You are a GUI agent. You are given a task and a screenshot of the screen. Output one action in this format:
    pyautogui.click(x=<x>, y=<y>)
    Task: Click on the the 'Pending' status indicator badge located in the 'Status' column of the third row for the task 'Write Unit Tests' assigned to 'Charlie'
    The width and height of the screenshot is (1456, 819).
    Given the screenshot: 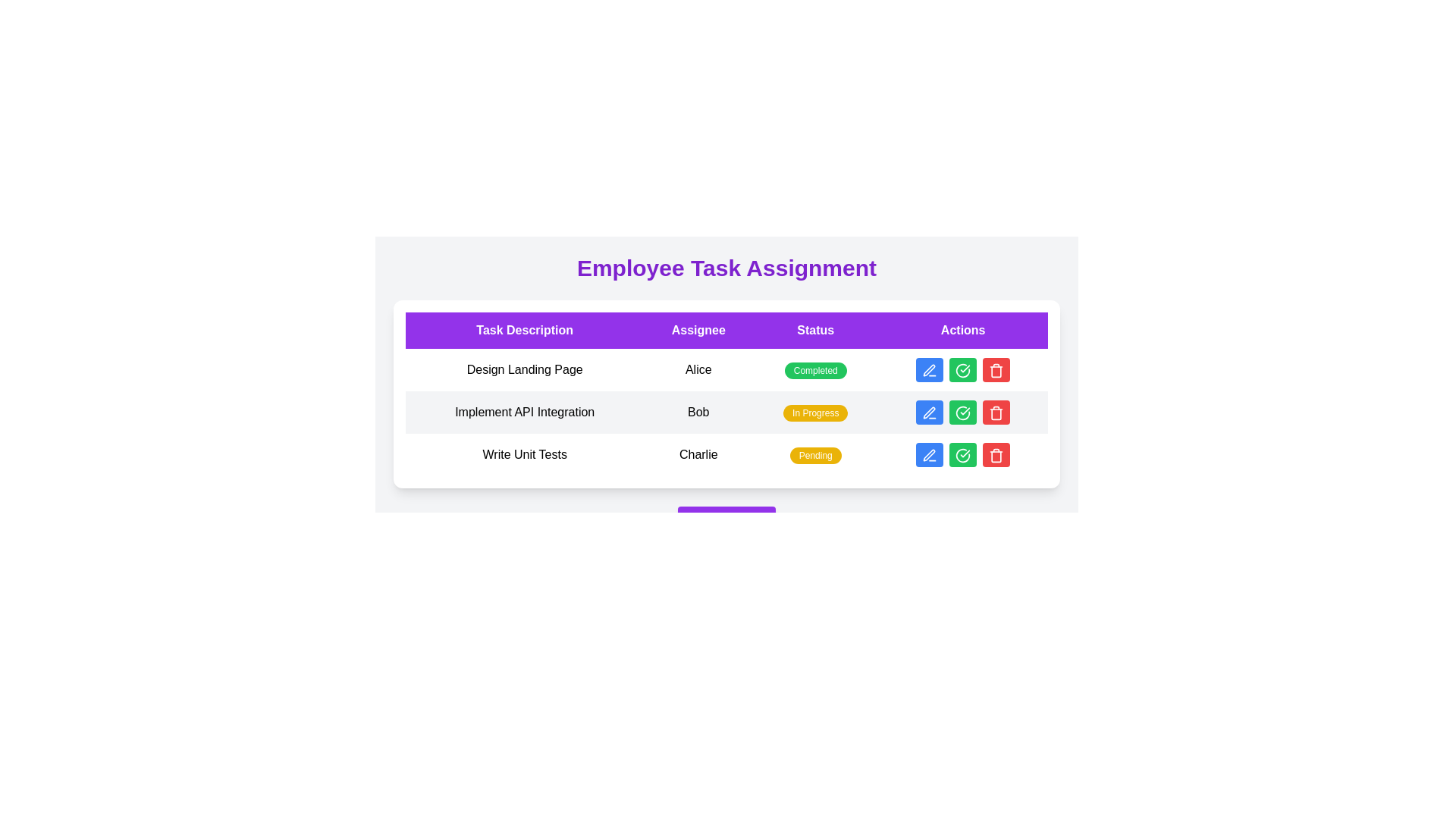 What is the action you would take?
    pyautogui.click(x=814, y=455)
    